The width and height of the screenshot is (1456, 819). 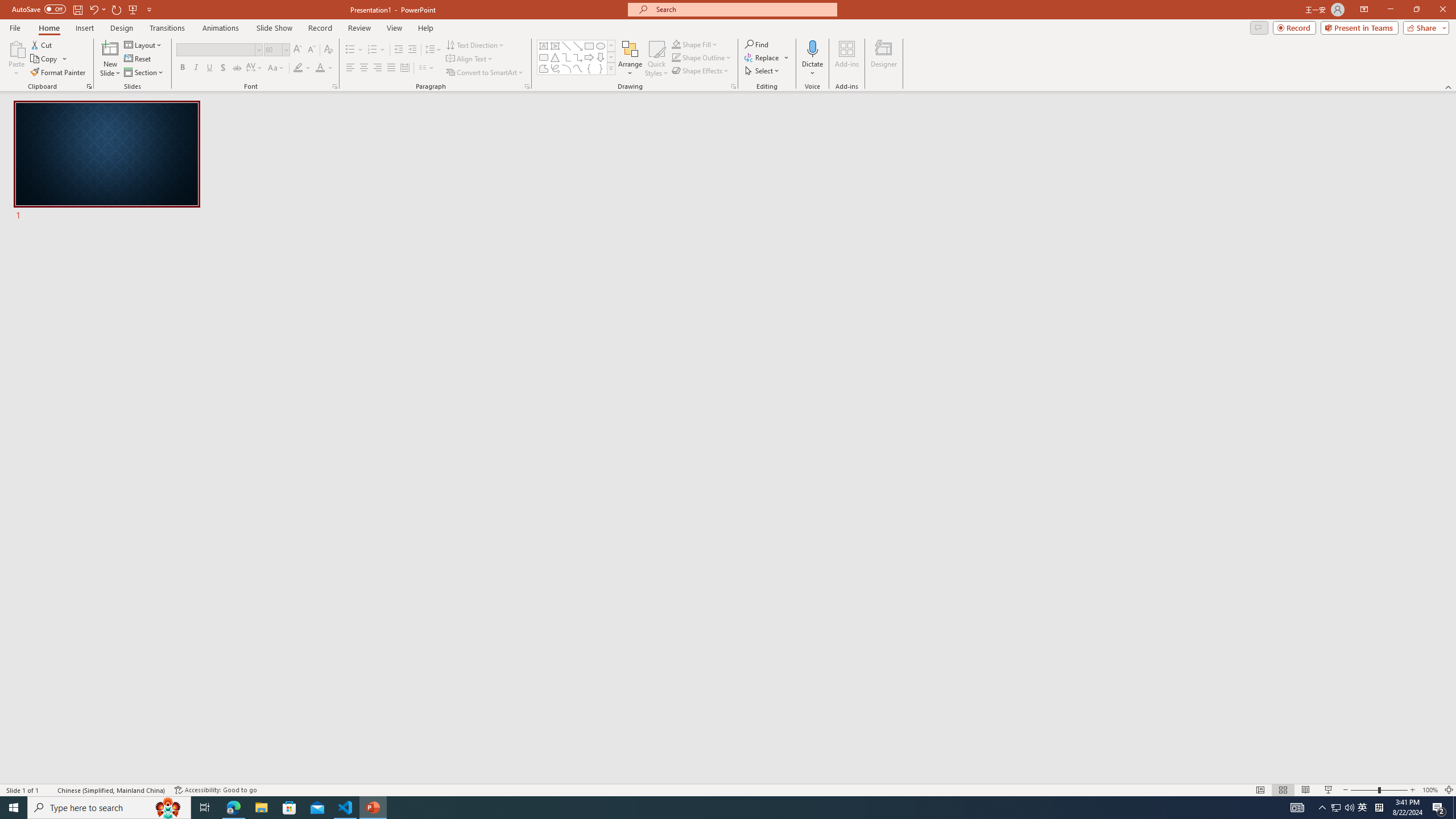 What do you see at coordinates (475, 44) in the screenshot?
I see `'Text Direction'` at bounding box center [475, 44].